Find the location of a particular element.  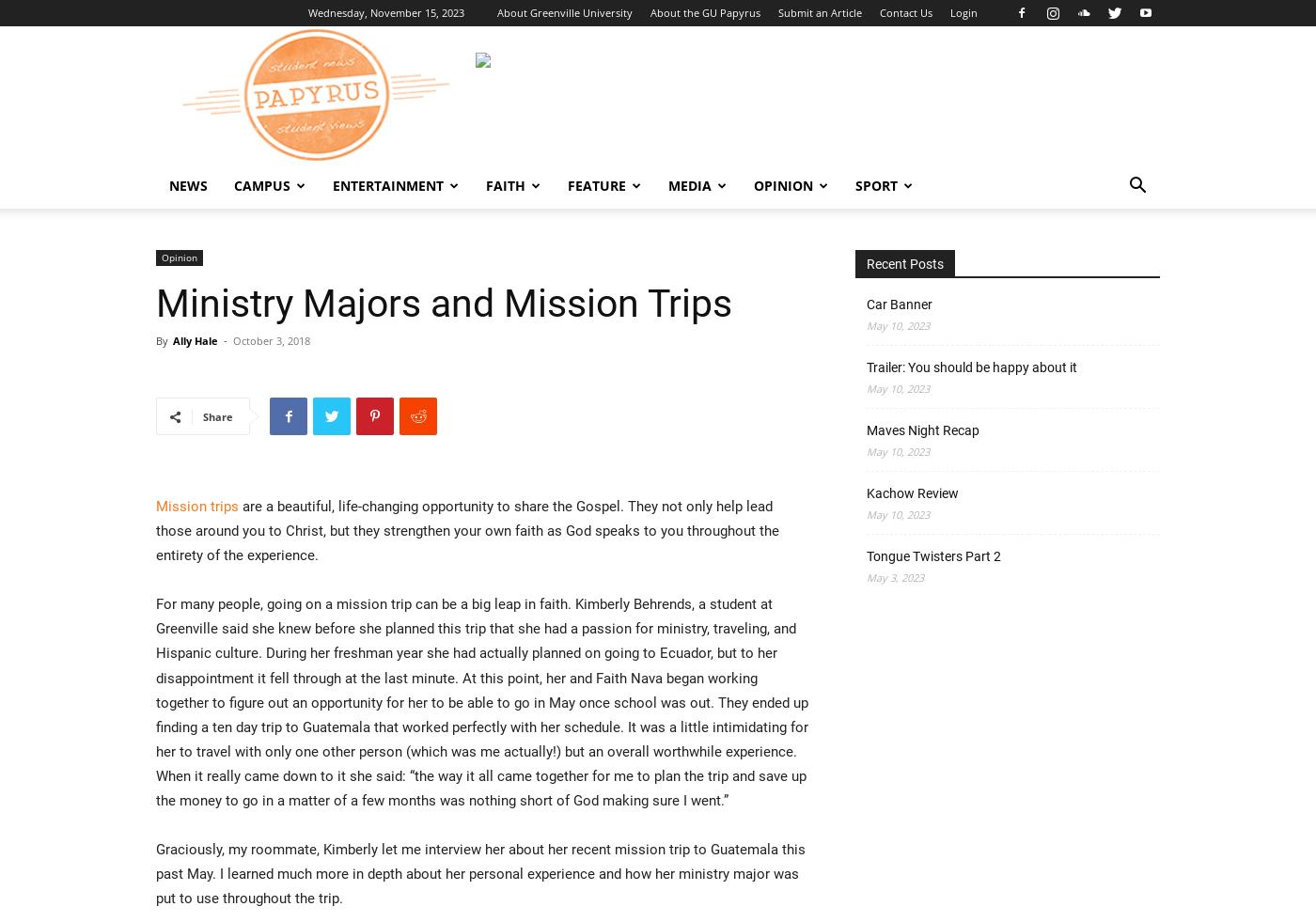

'Ally Hale' is located at coordinates (196, 339).